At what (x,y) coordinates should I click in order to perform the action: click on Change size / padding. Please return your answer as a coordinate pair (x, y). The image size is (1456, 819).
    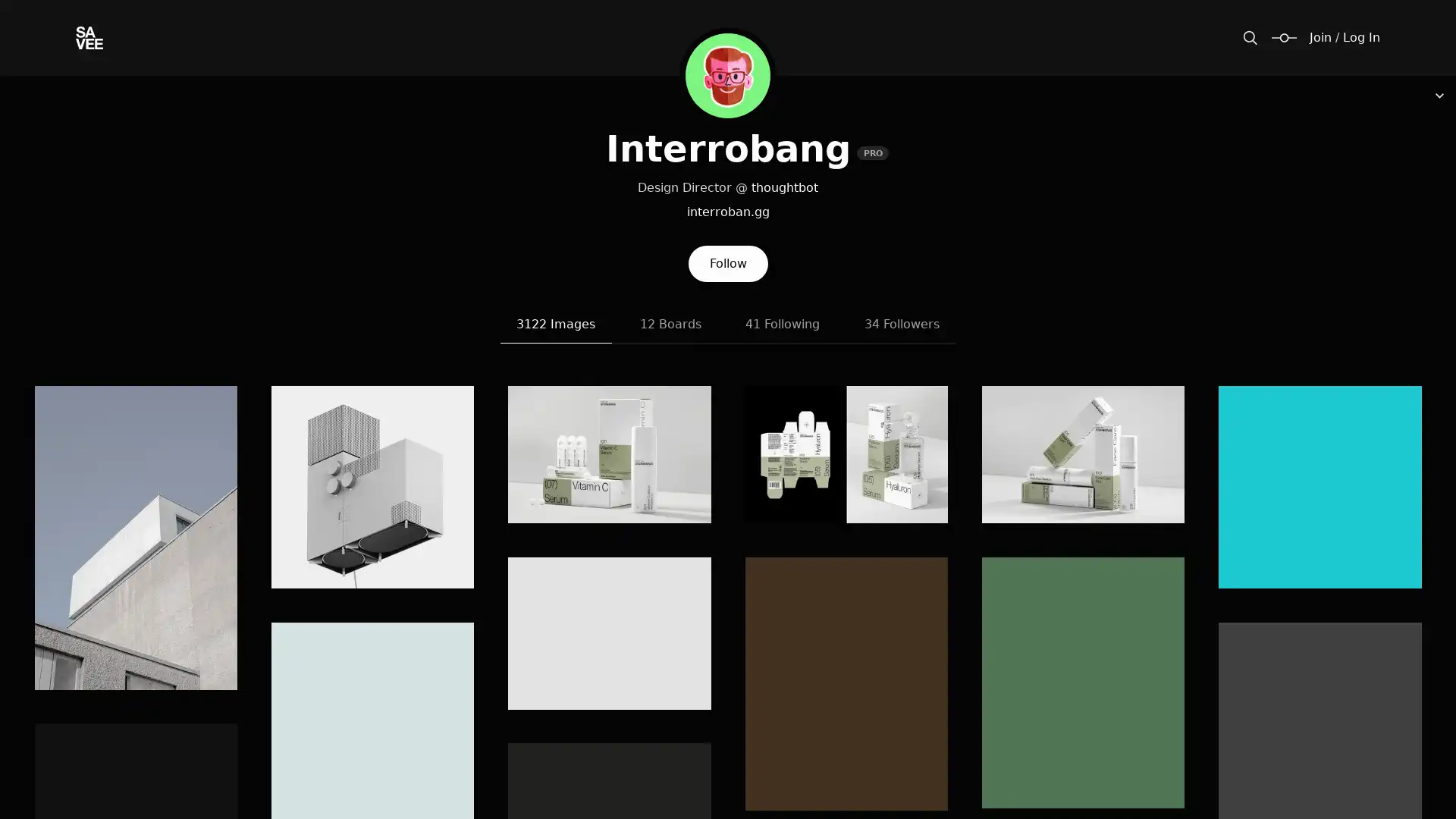
    Looking at the image, I should click on (1283, 37).